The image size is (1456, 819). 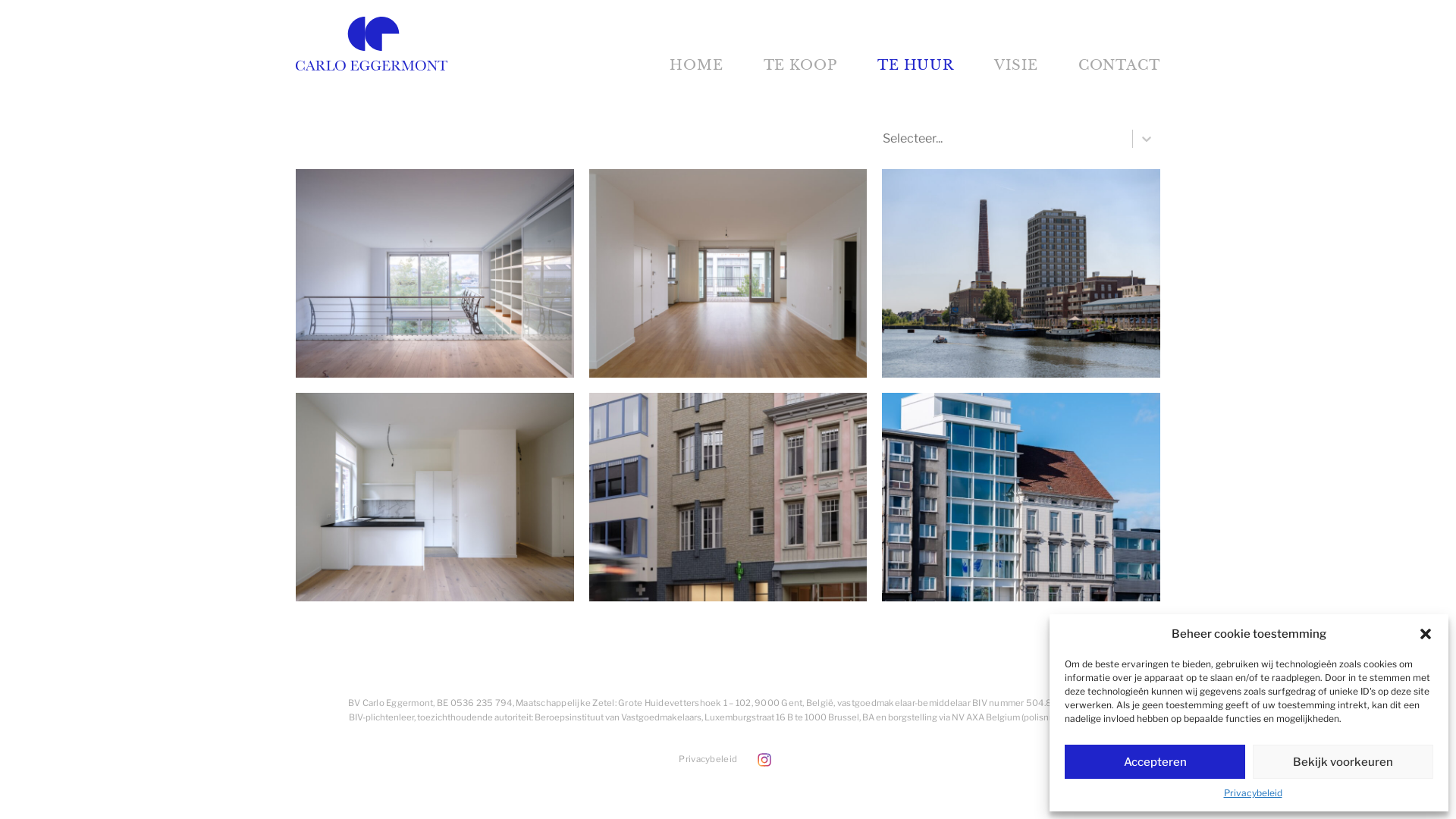 I want to click on 'Bekijk voorkeuren', so click(x=1343, y=761).